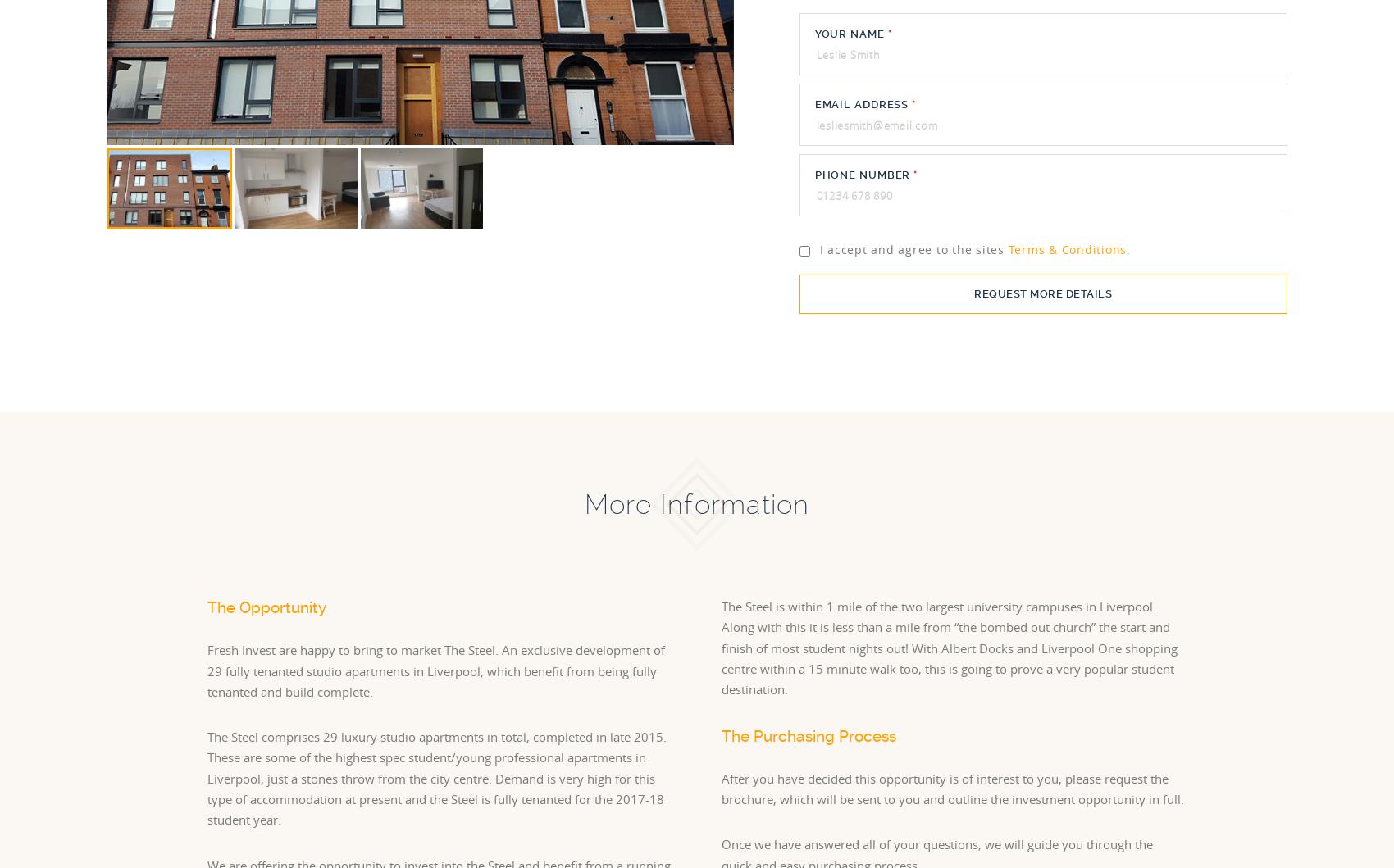 Image resolution: width=1394 pixels, height=868 pixels. Describe the element at coordinates (1067, 249) in the screenshot. I see `'Terms & Conditions'` at that location.